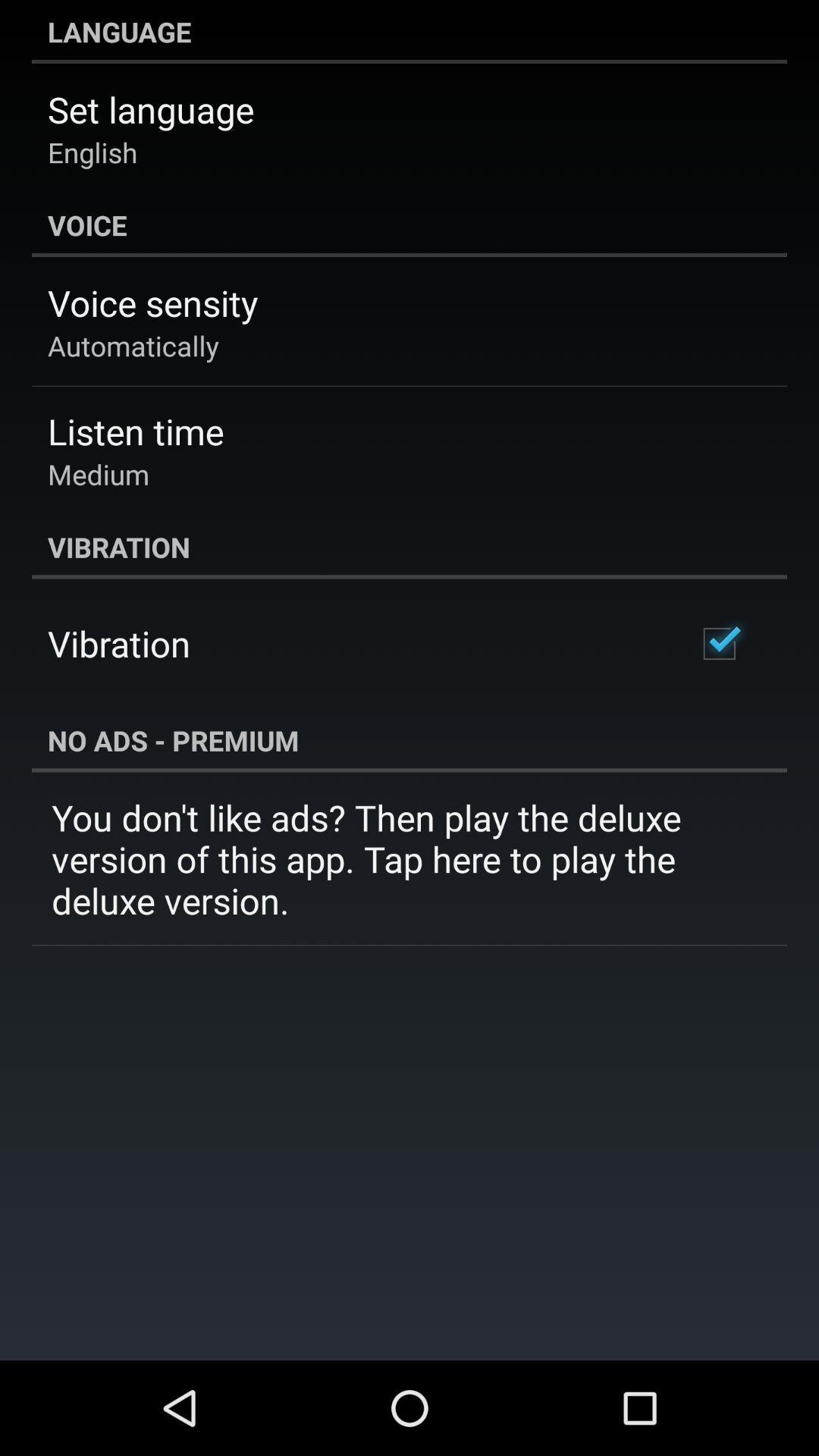 Image resolution: width=819 pixels, height=1456 pixels. I want to click on the english icon, so click(93, 152).